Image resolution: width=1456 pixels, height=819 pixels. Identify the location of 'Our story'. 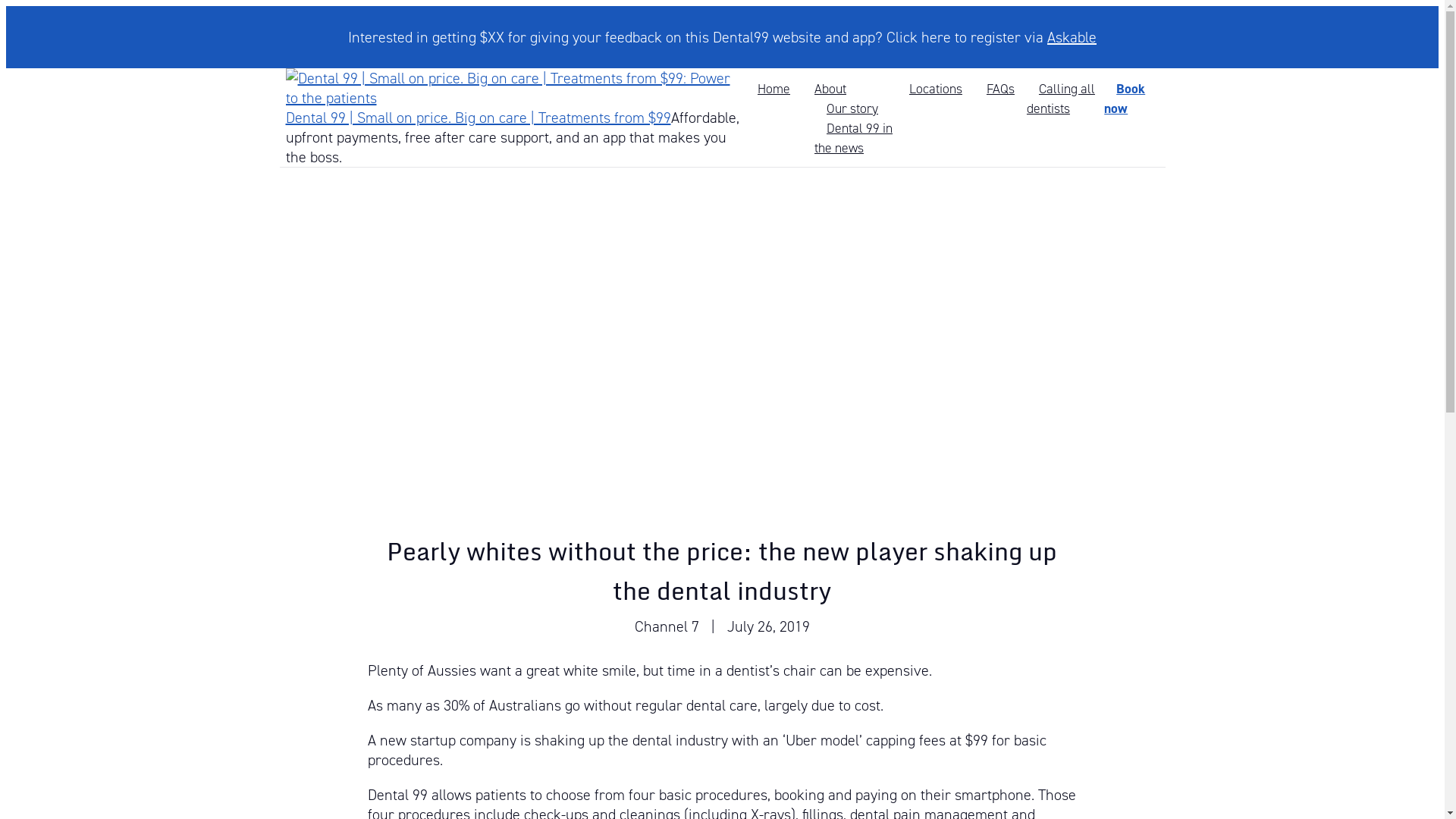
(852, 107).